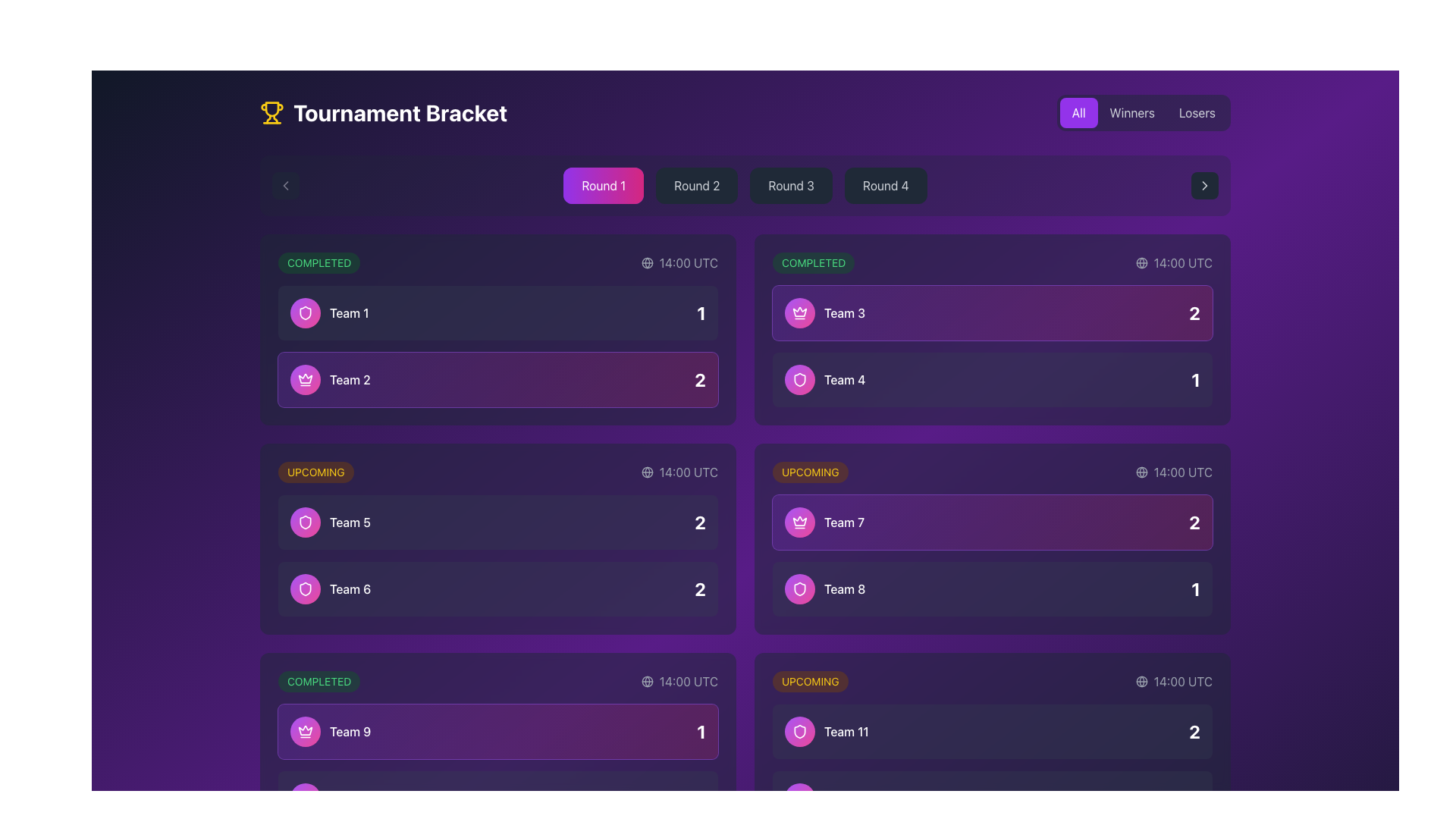  I want to click on the globe icon located to the left of the text '14:00 UTC' in the second row of the 'UPCOMING' card, positioned in the left column of the interface, so click(647, 472).